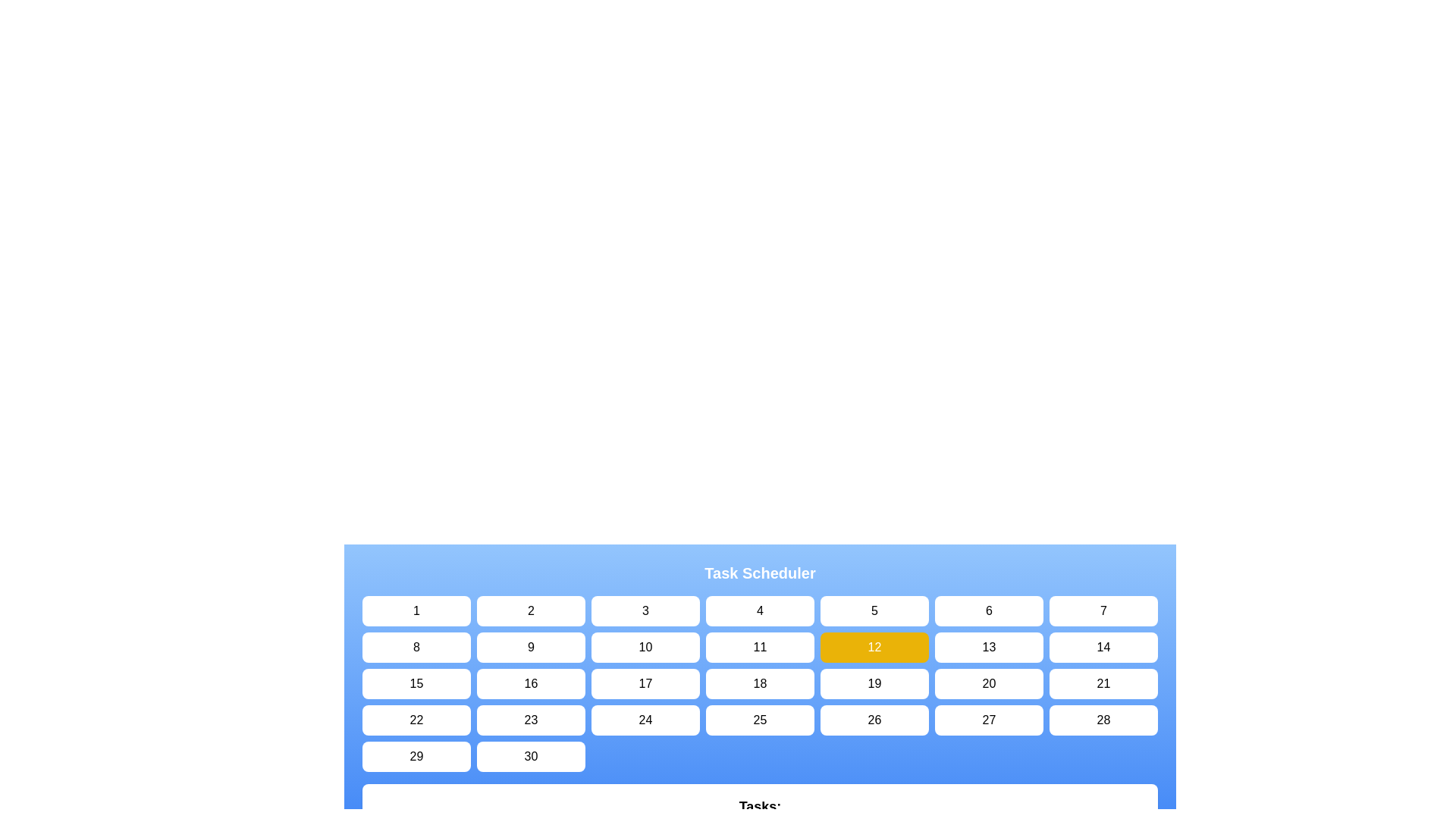 This screenshot has height=819, width=1456. Describe the element at coordinates (989, 610) in the screenshot. I see `the number 6 button in the grid layout` at that location.